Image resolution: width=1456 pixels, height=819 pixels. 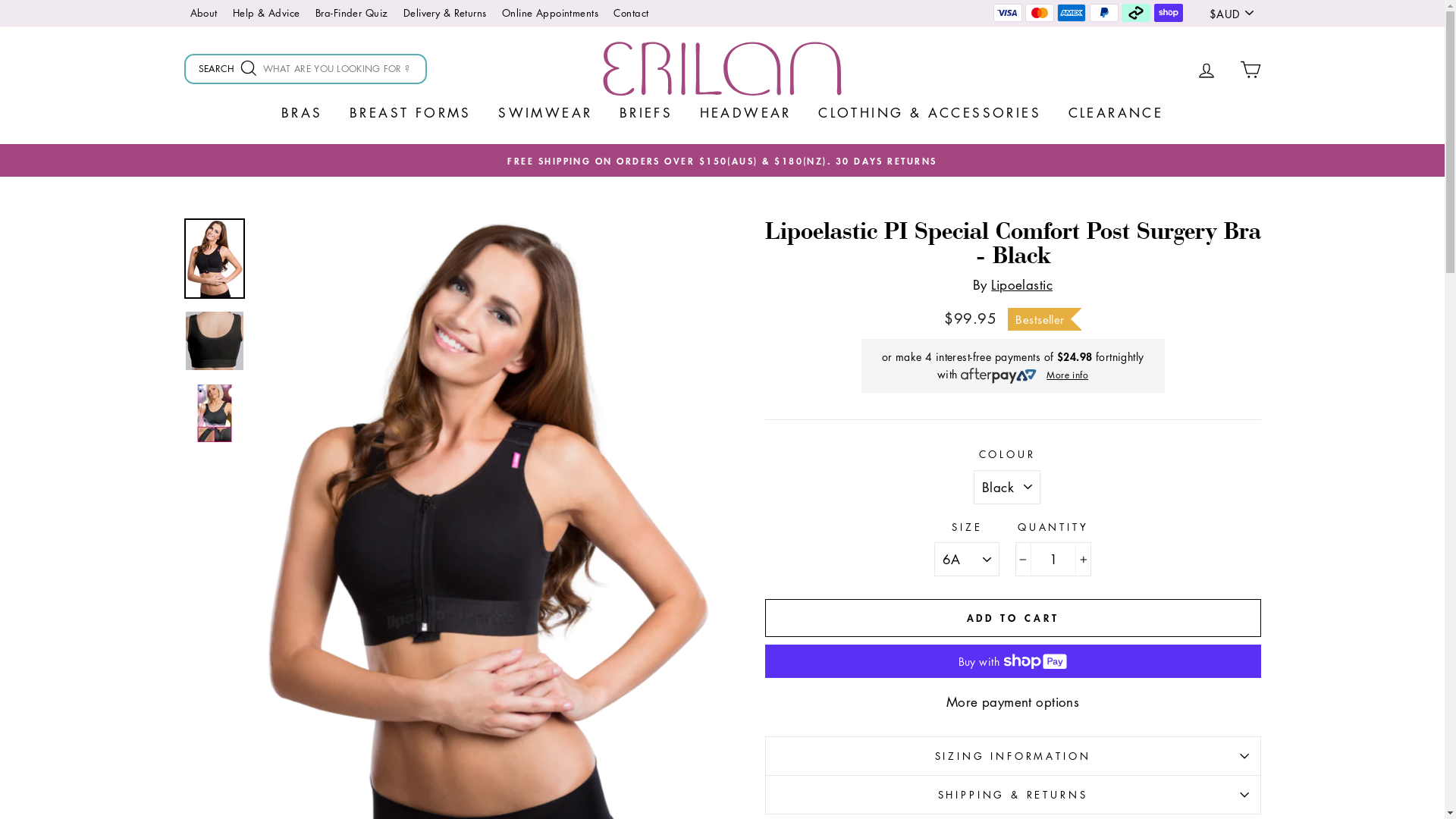 What do you see at coordinates (607, 111) in the screenshot?
I see `'BRIEFS'` at bounding box center [607, 111].